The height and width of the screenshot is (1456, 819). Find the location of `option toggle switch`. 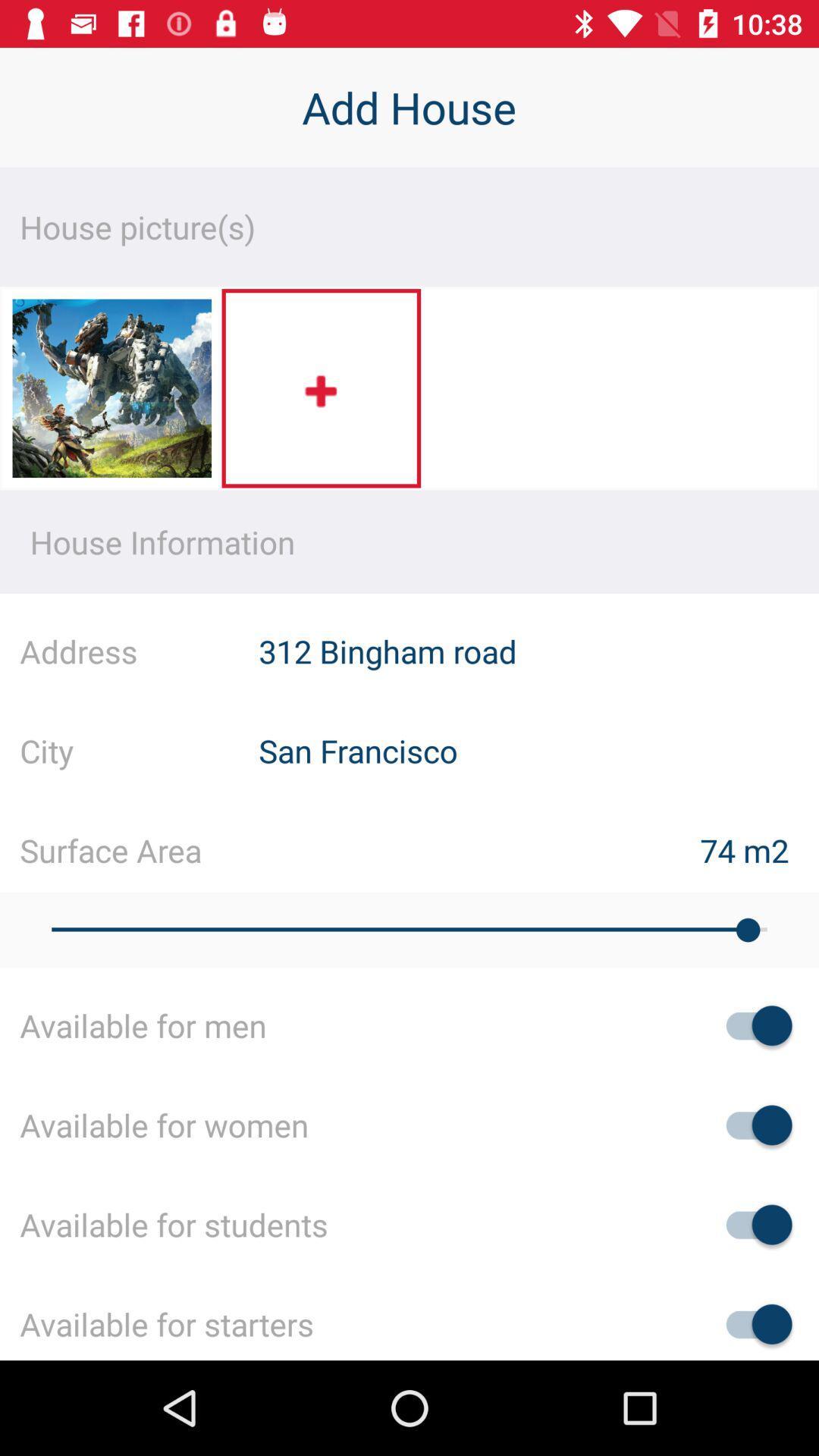

option toggle switch is located at coordinates (752, 1323).